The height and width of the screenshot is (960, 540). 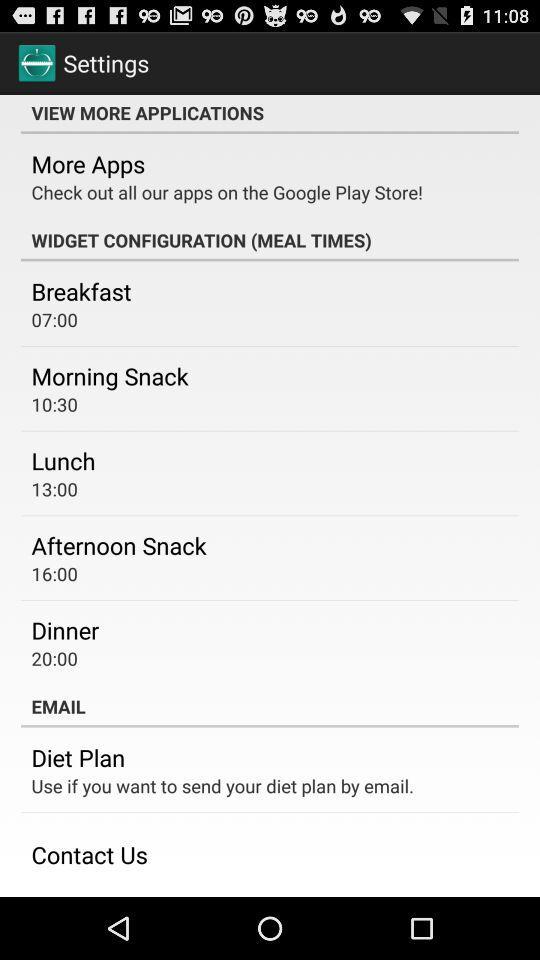 What do you see at coordinates (270, 240) in the screenshot?
I see `the widget configuration meal` at bounding box center [270, 240].